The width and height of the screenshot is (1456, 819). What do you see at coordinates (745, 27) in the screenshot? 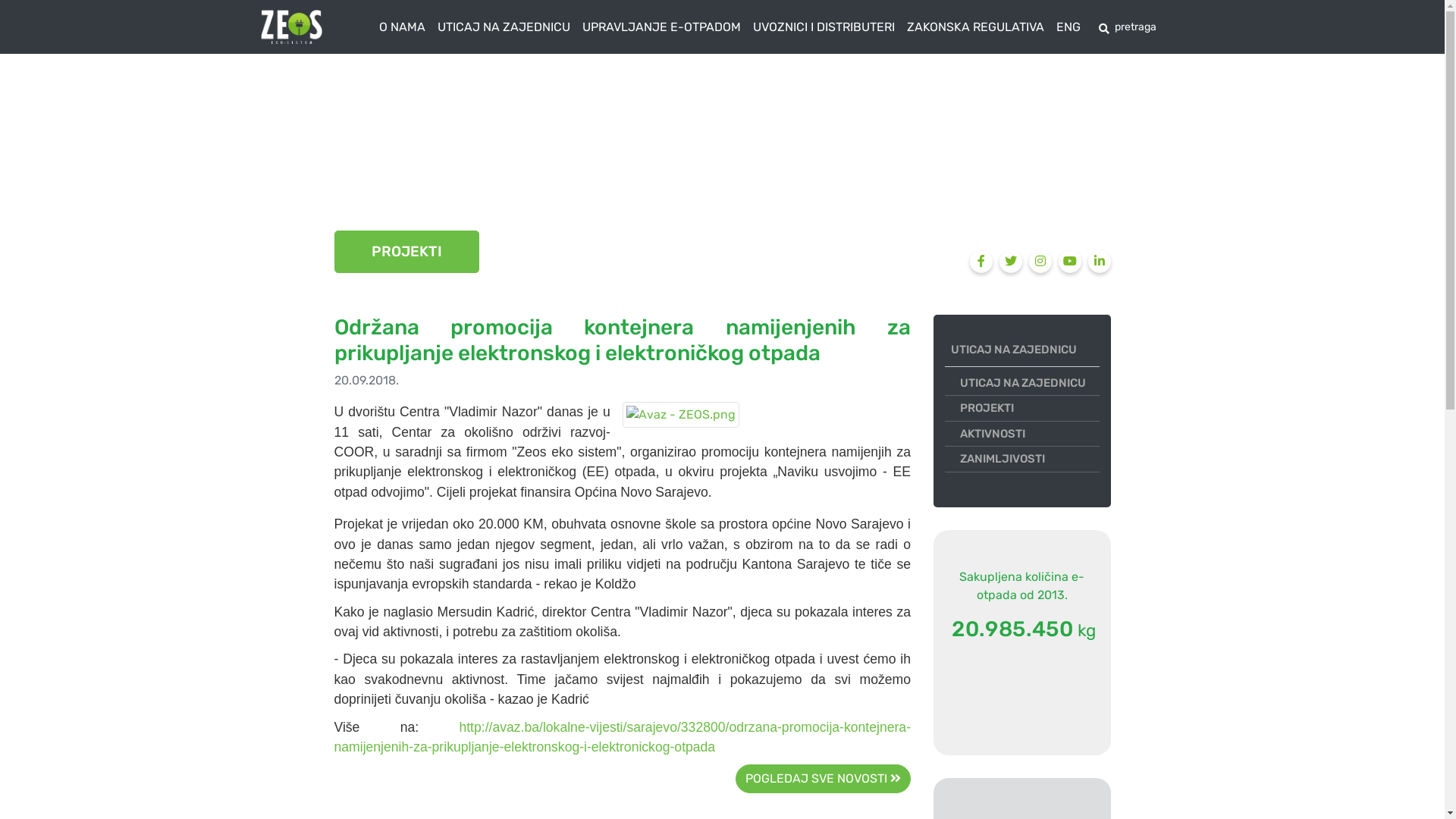
I see `'UVOZNICI I DISTRIBUTERI'` at bounding box center [745, 27].